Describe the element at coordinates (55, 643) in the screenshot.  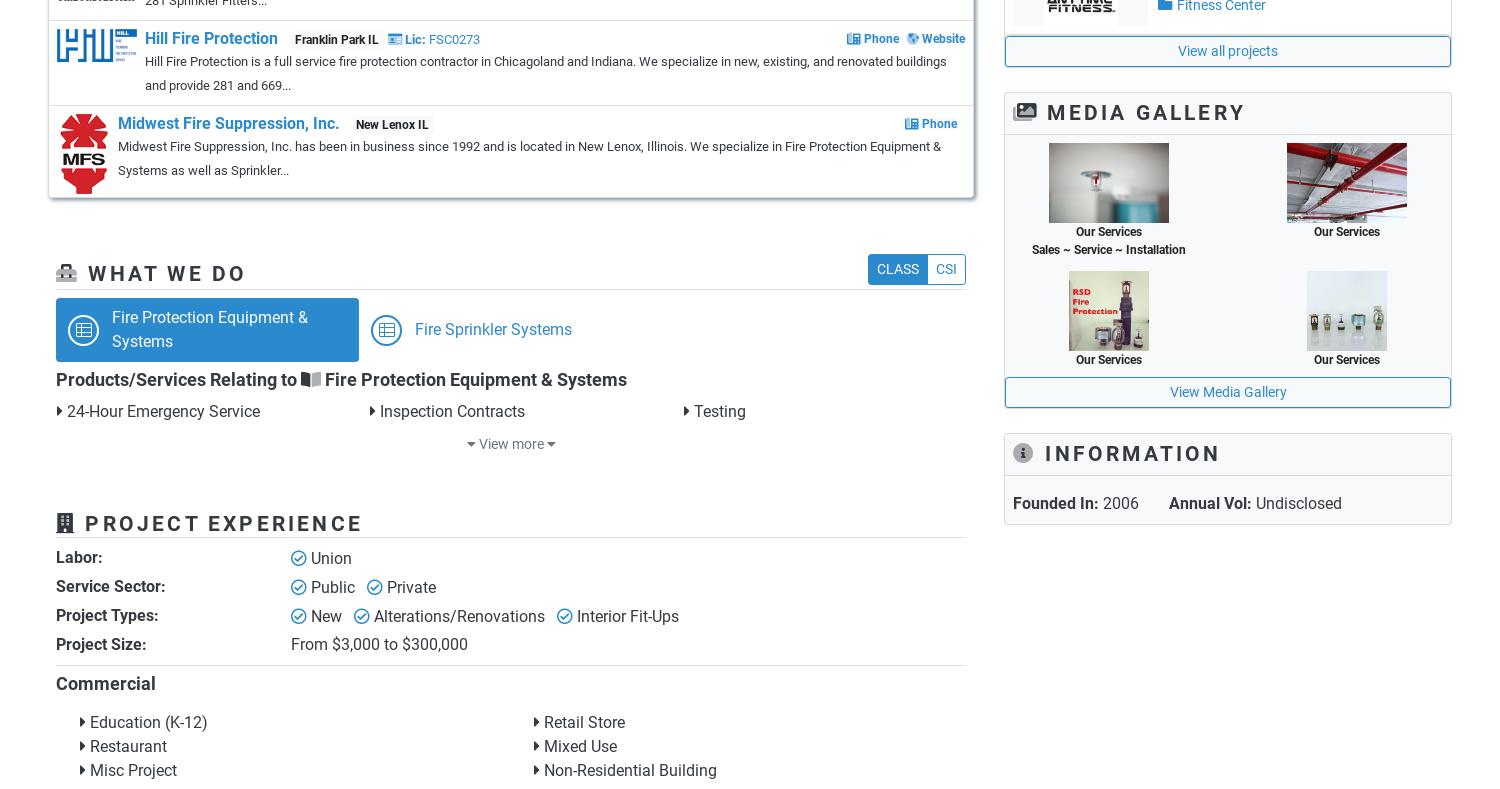
I see `'Project Size:'` at that location.